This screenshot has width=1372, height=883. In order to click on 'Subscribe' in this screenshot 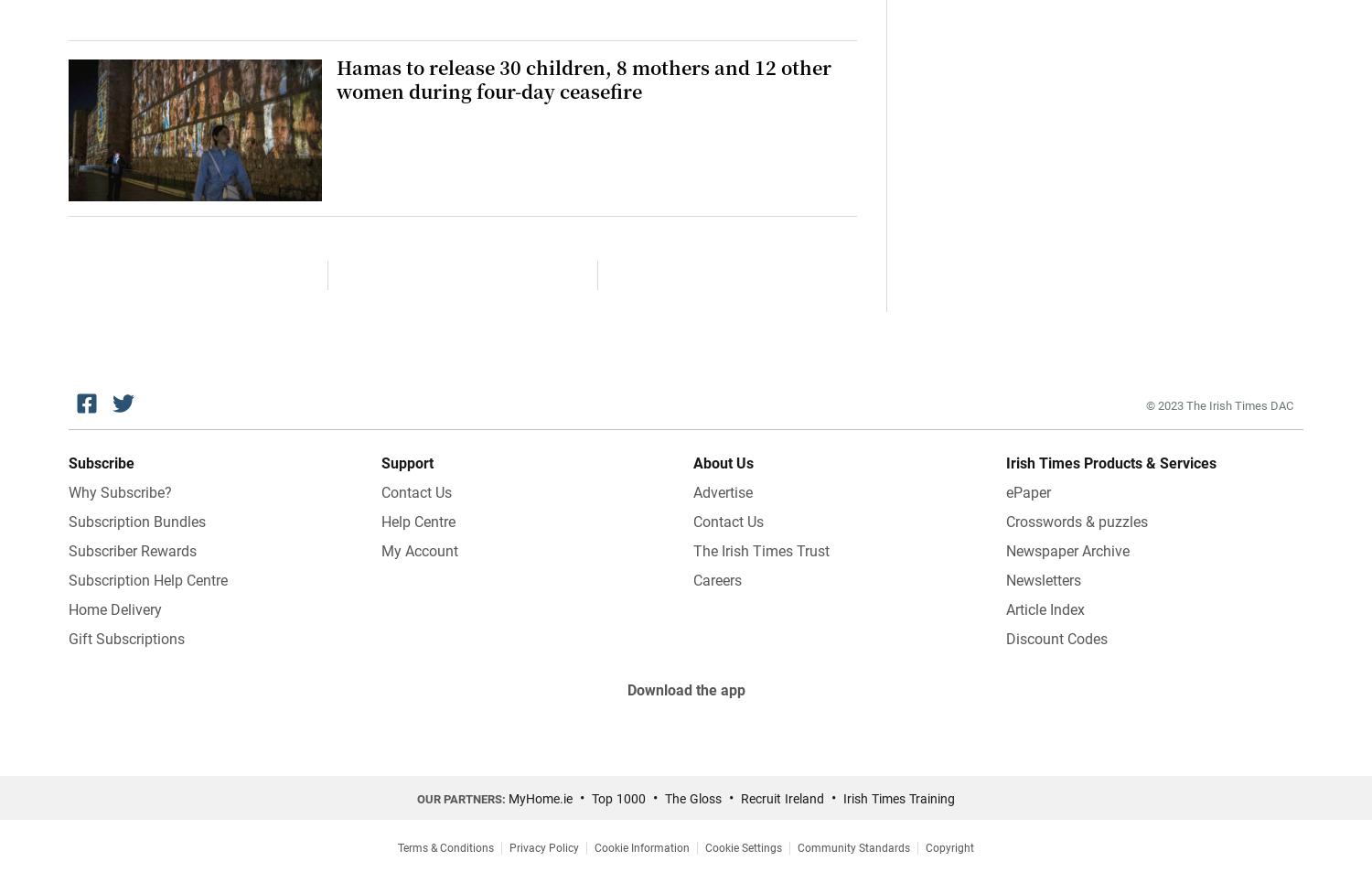, I will do `click(101, 463)`.